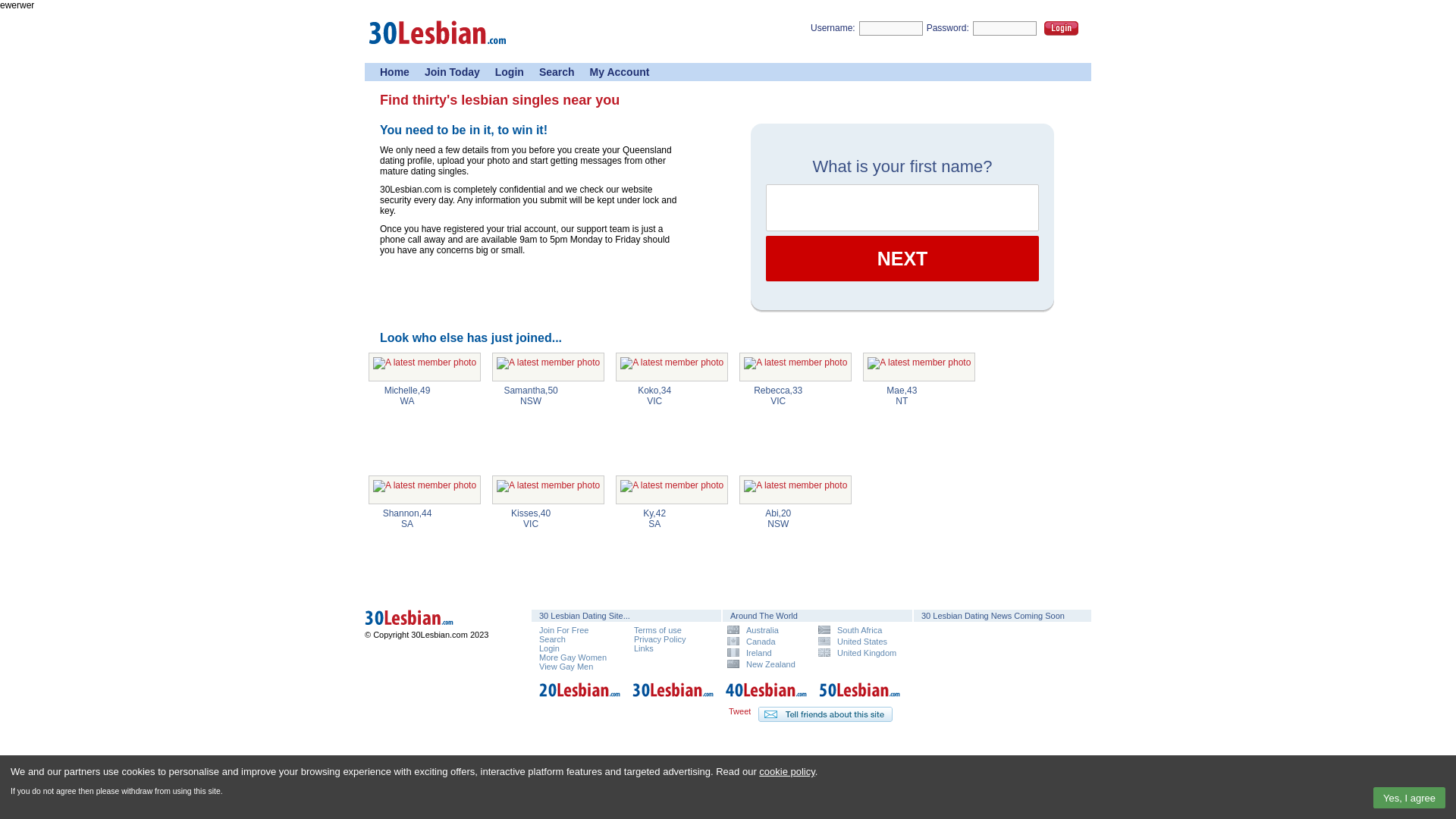 This screenshot has width=1456, height=819. I want to click on 'Kisses, 40 from Wodonga, VIC', so click(548, 489).